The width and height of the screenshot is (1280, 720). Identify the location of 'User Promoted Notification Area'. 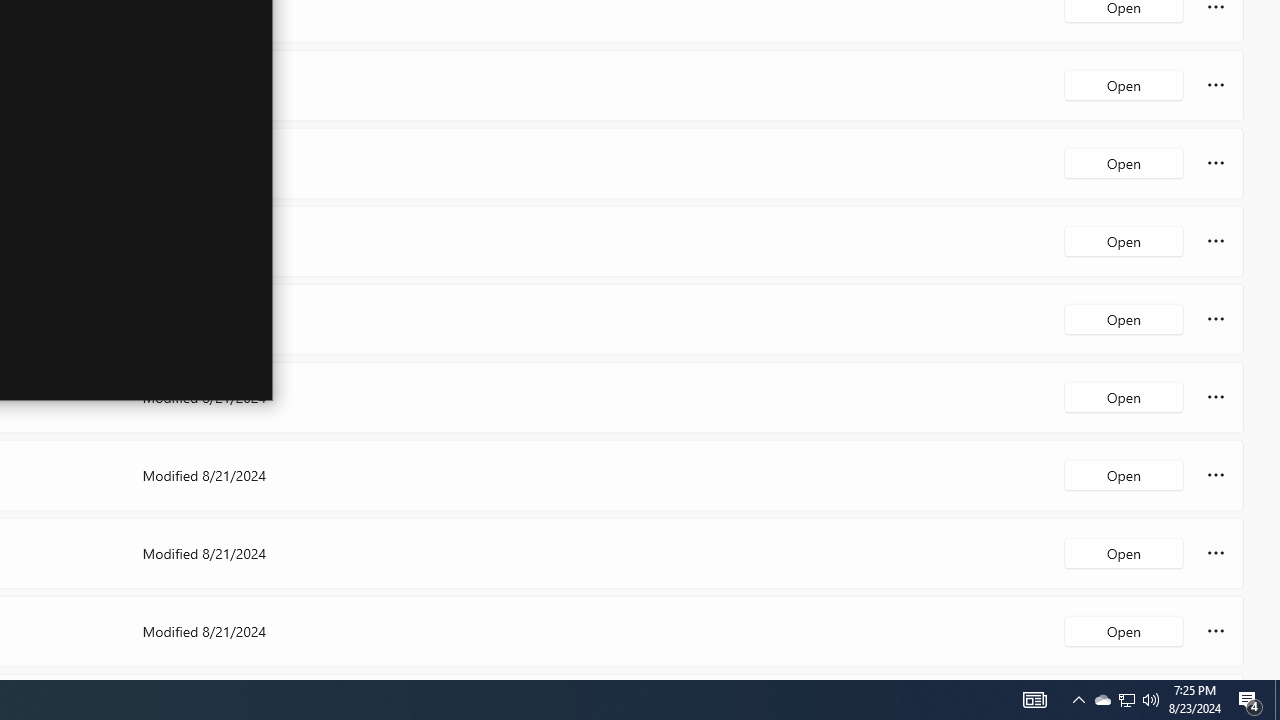
(1151, 698).